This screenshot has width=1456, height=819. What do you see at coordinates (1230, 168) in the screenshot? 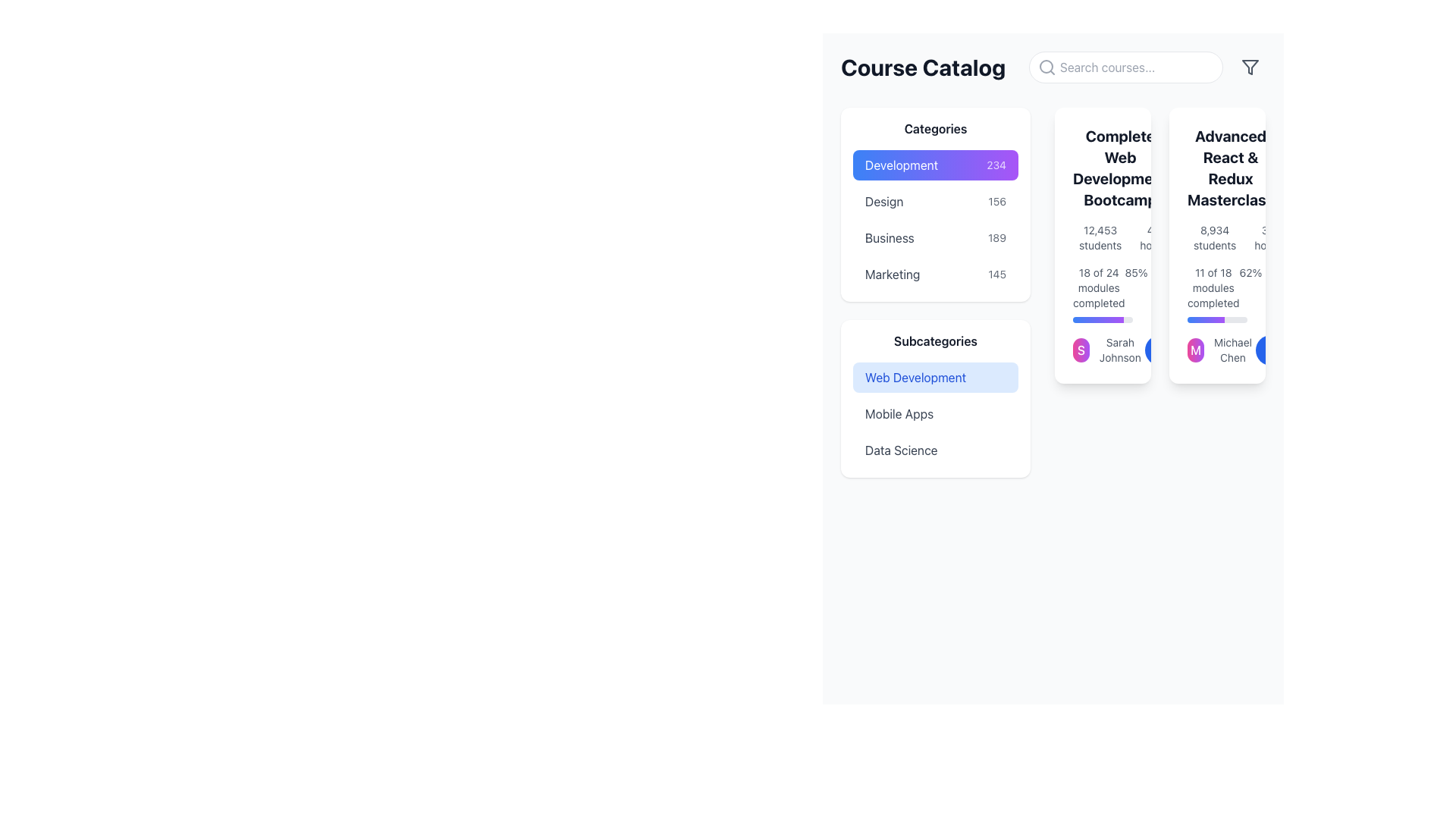
I see `the text label displaying 'Advanced React & Redux Masterclass' from its current position` at bounding box center [1230, 168].